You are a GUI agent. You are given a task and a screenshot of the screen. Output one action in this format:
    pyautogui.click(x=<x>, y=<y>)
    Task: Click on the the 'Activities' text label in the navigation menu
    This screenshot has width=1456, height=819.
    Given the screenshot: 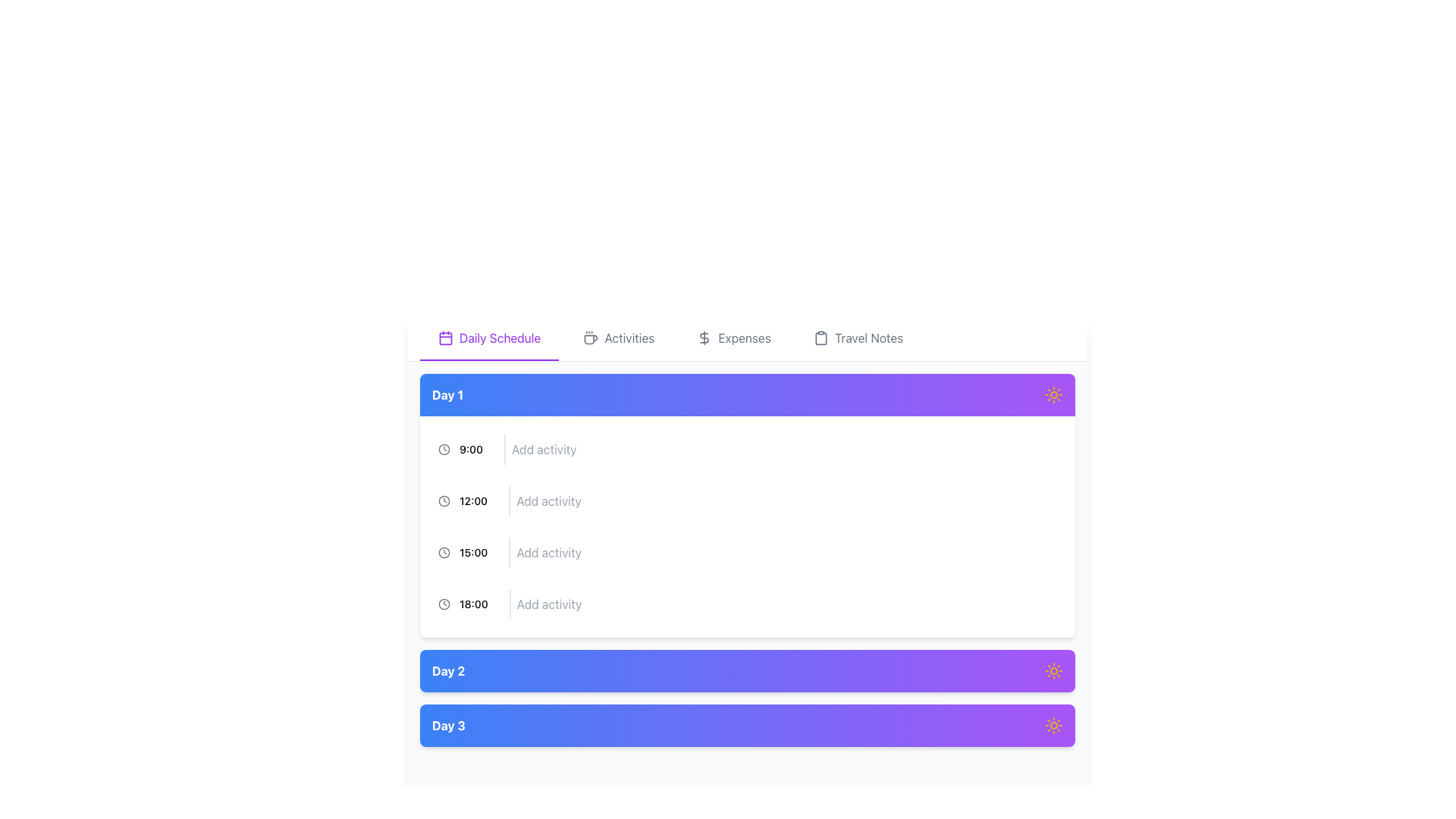 What is the action you would take?
    pyautogui.click(x=629, y=337)
    